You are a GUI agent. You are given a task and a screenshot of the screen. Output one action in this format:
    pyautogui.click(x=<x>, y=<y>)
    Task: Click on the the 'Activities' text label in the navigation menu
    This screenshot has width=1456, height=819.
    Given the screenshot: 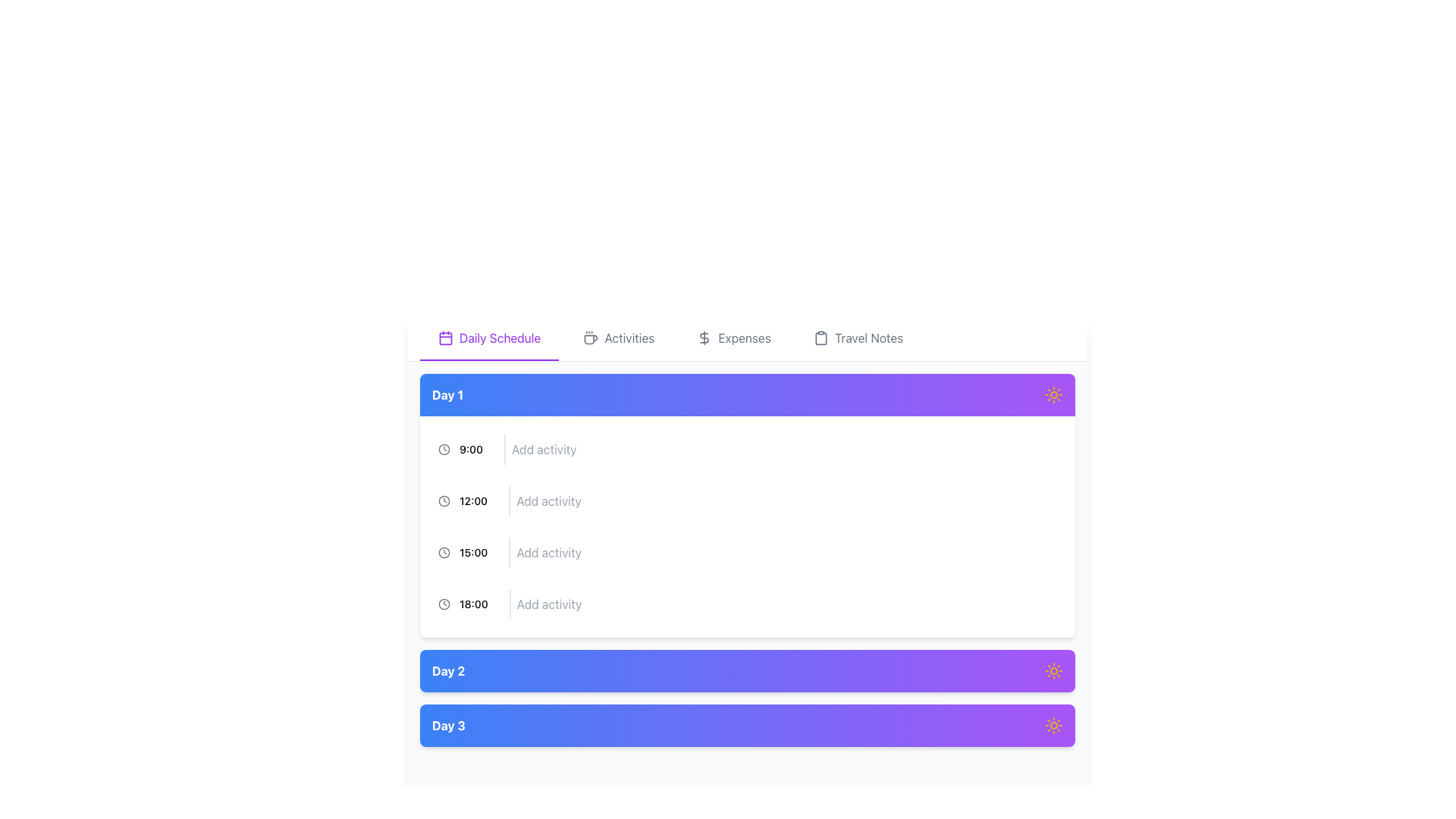 What is the action you would take?
    pyautogui.click(x=629, y=337)
    